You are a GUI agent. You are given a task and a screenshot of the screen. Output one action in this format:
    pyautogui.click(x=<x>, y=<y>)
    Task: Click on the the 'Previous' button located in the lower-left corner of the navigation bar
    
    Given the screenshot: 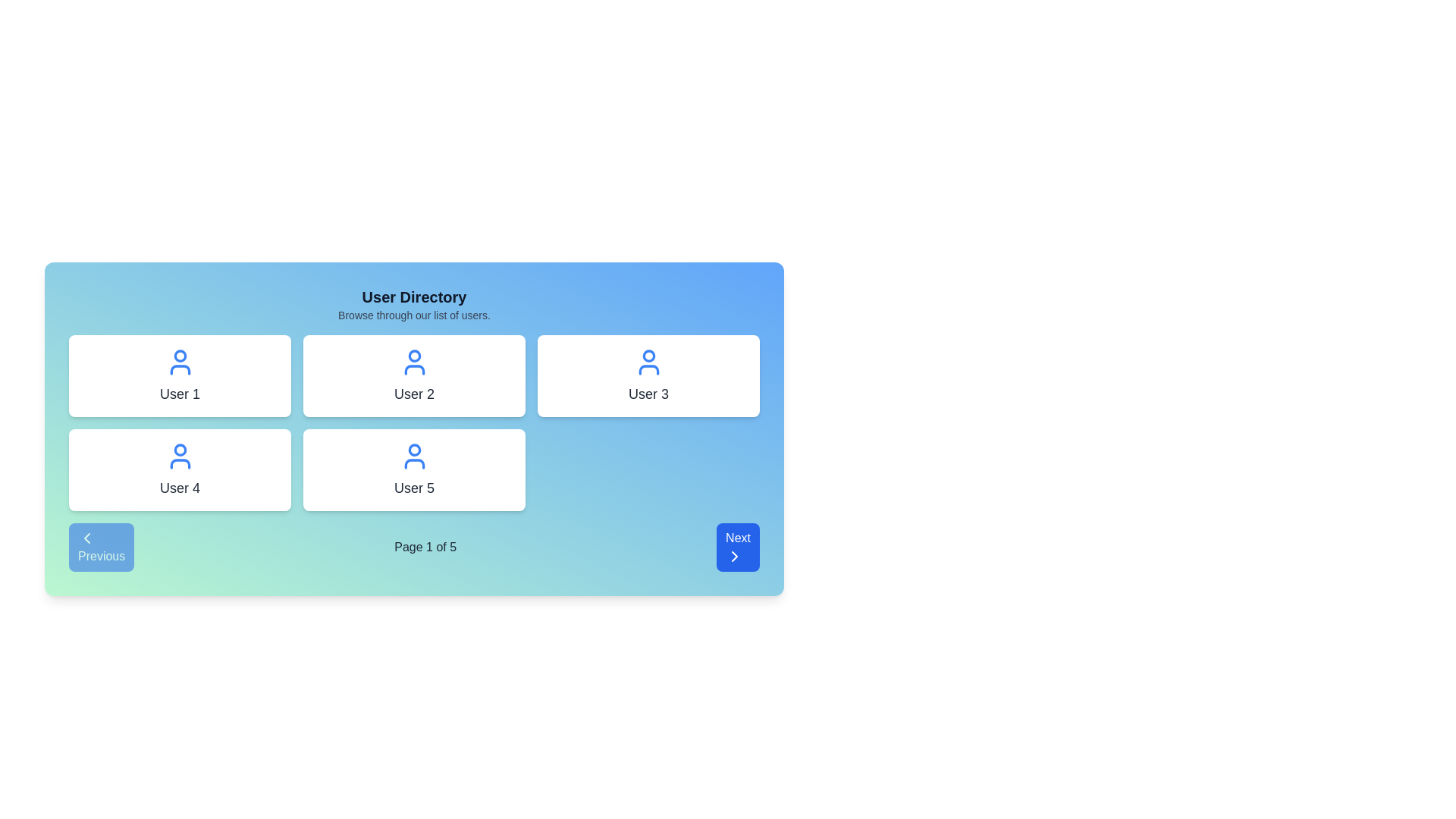 What is the action you would take?
    pyautogui.click(x=101, y=547)
    